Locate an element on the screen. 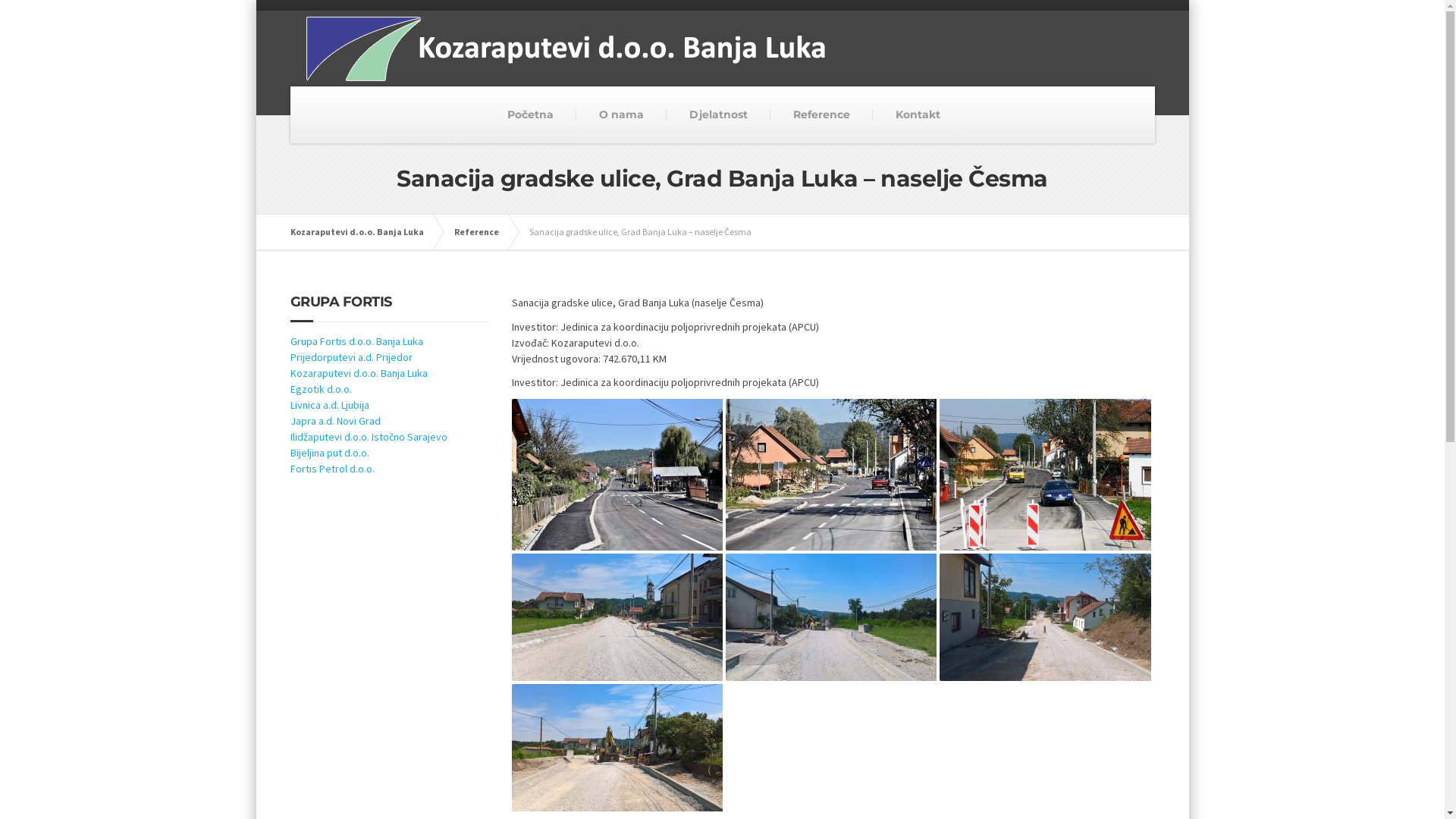  'Reference' is located at coordinates (482, 231).